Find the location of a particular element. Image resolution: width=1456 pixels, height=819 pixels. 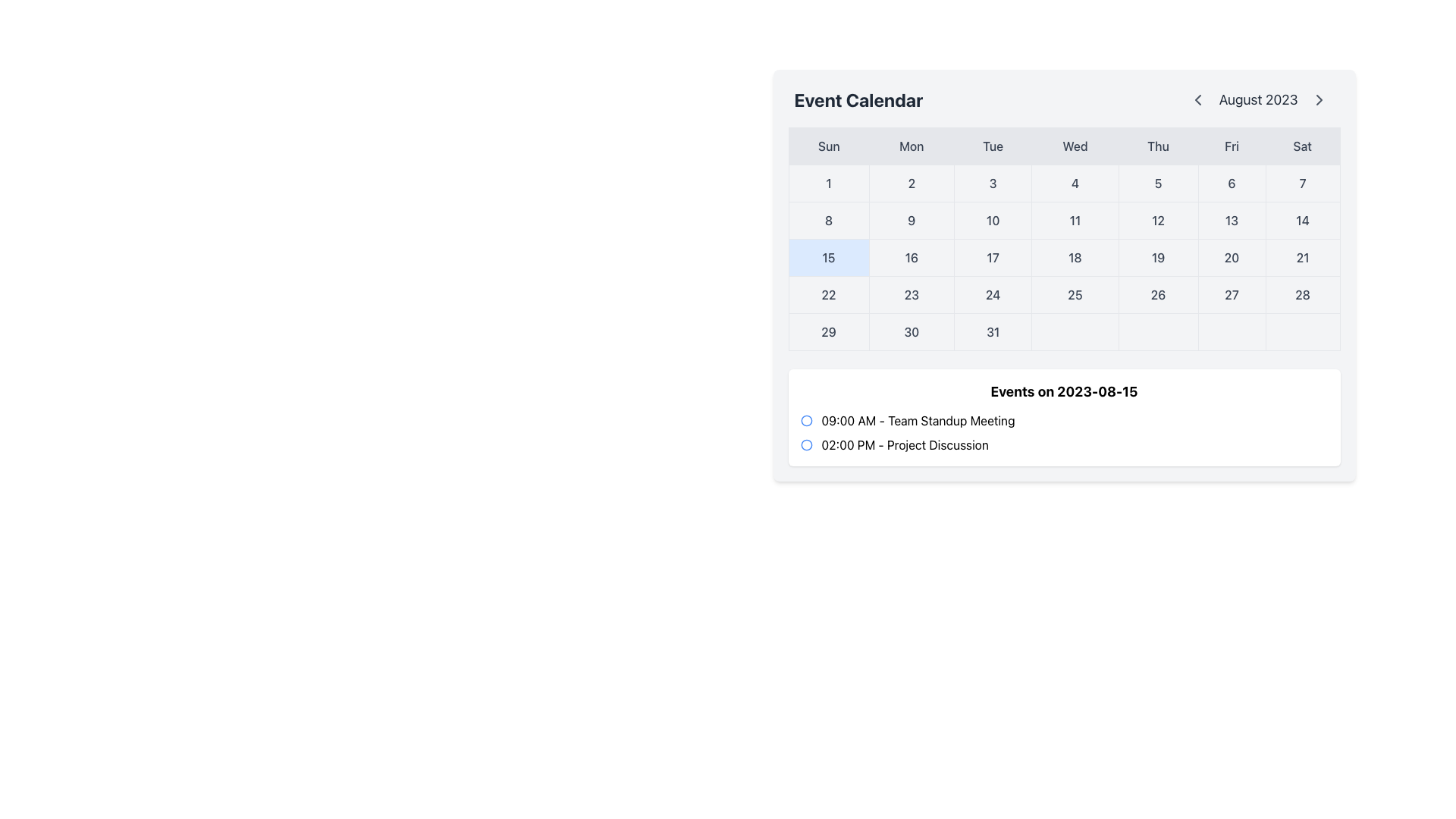

the left-pointing chevron arrow icon located on the left side of the 'August 2023' text in the header of the calendar widget is located at coordinates (1197, 99).